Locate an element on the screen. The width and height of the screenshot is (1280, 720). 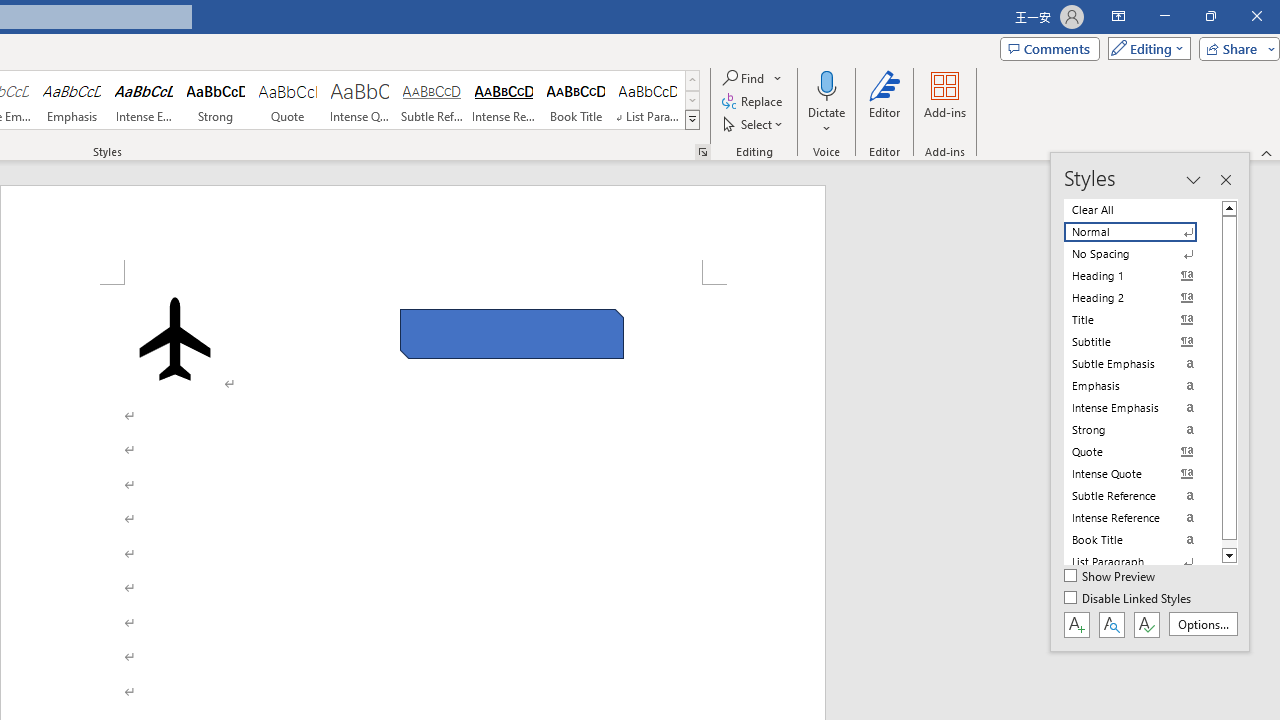
'Close pane' is located at coordinates (1224, 180).